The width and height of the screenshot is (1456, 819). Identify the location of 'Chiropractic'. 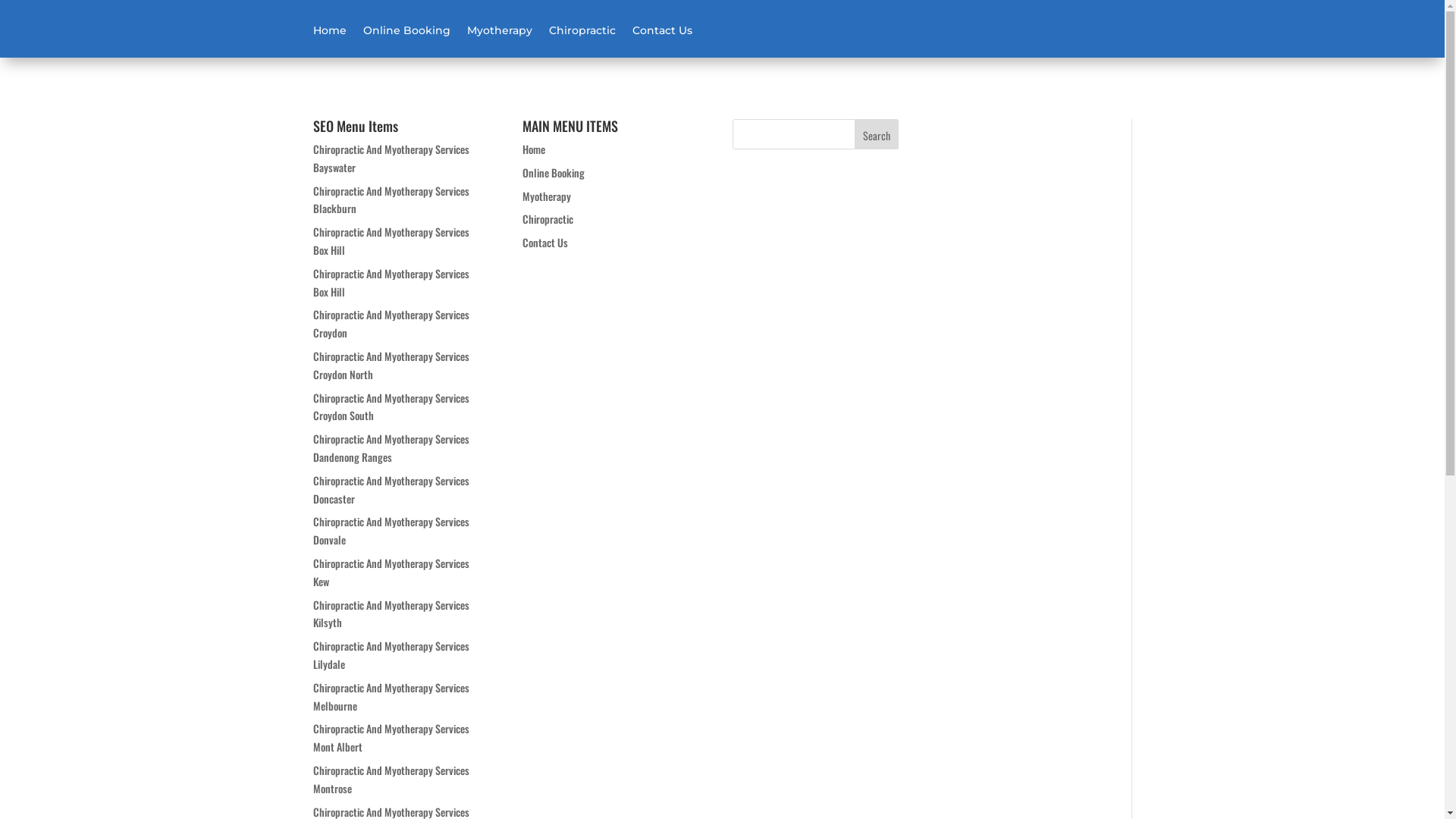
(547, 218).